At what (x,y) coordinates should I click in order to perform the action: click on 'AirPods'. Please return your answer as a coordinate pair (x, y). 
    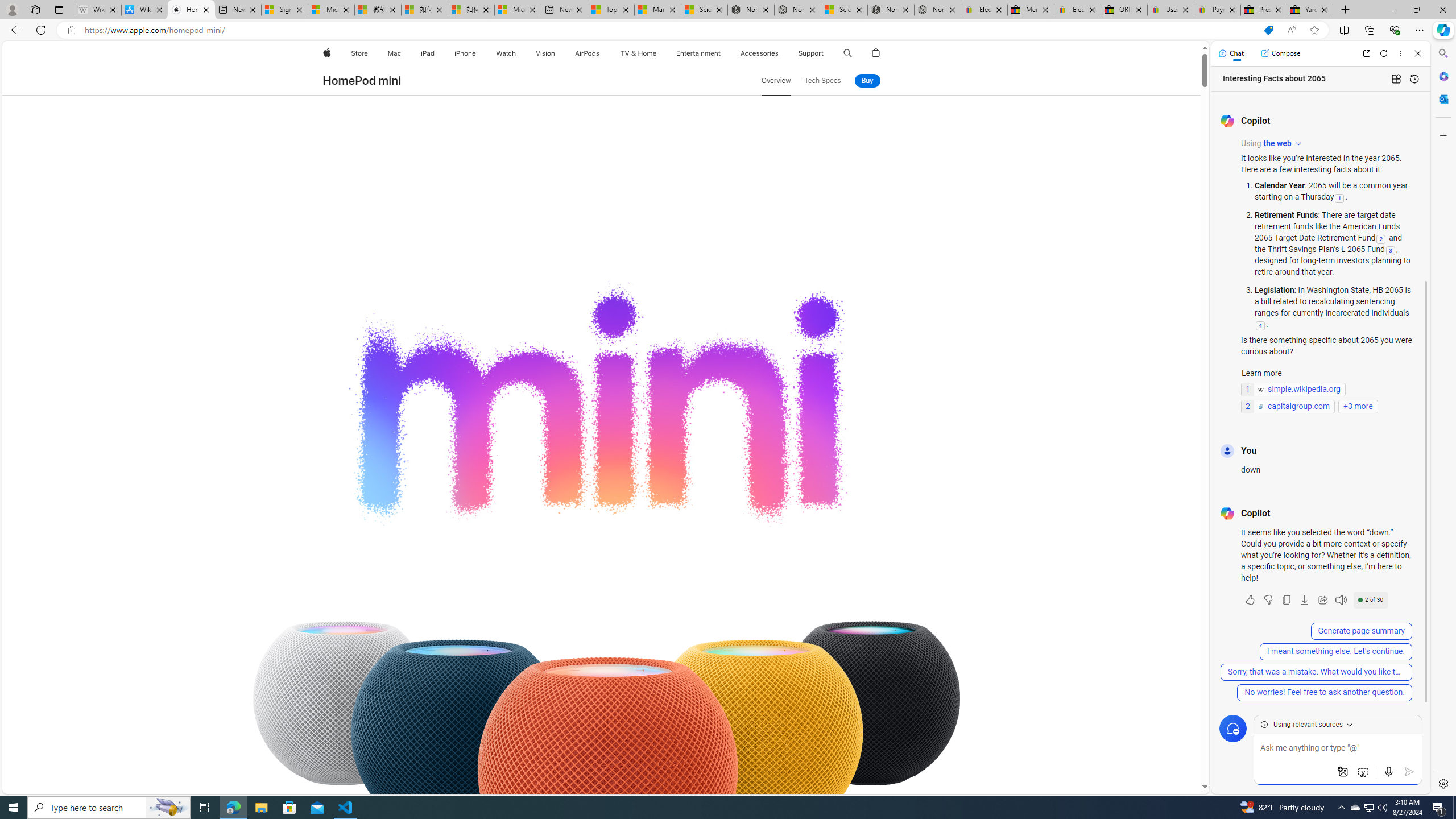
    Looking at the image, I should click on (586, 53).